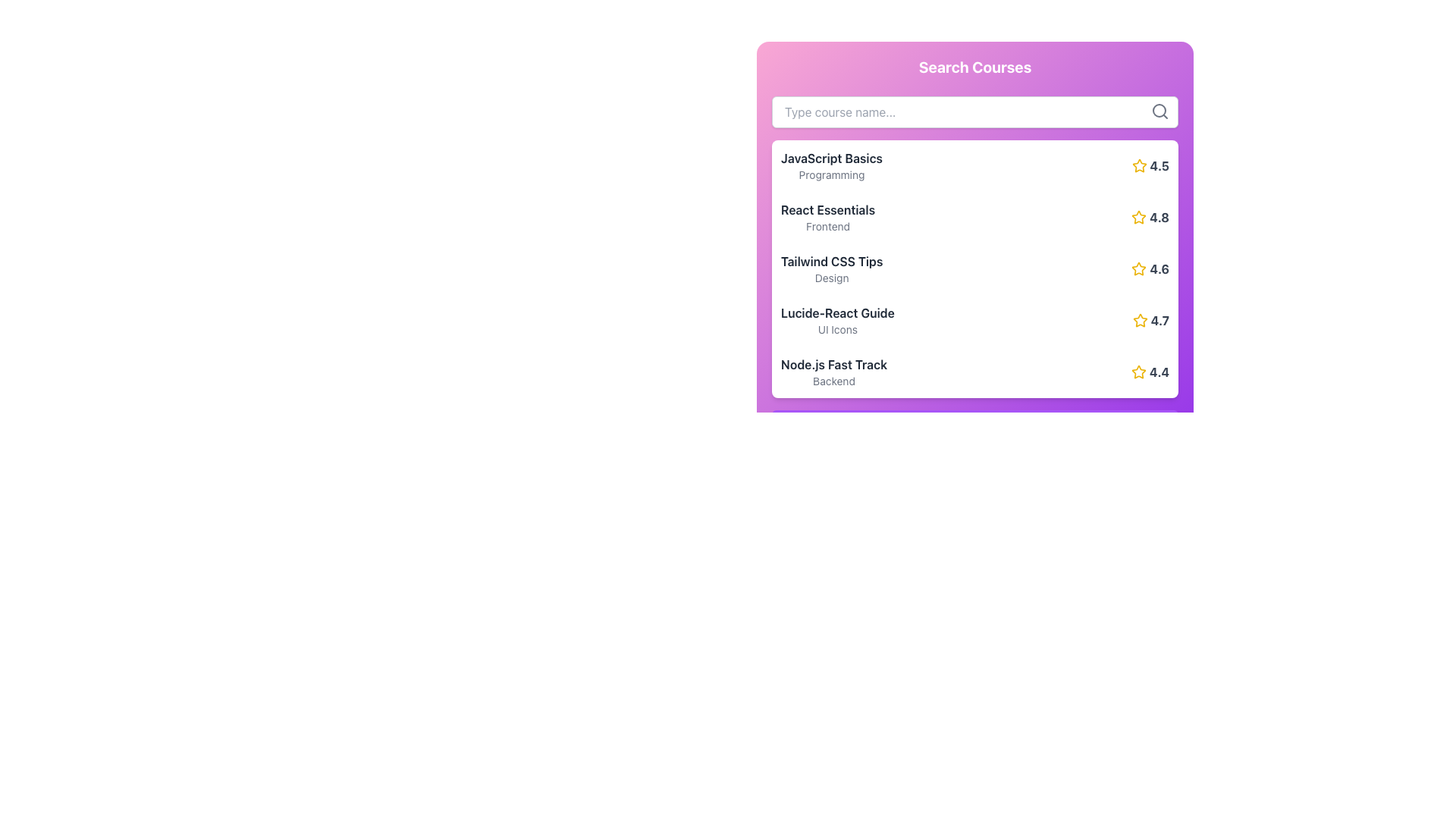 The height and width of the screenshot is (819, 1456). I want to click on the last star icon representing the rating for the 'Node.js Fast Track' course, so click(1138, 372).